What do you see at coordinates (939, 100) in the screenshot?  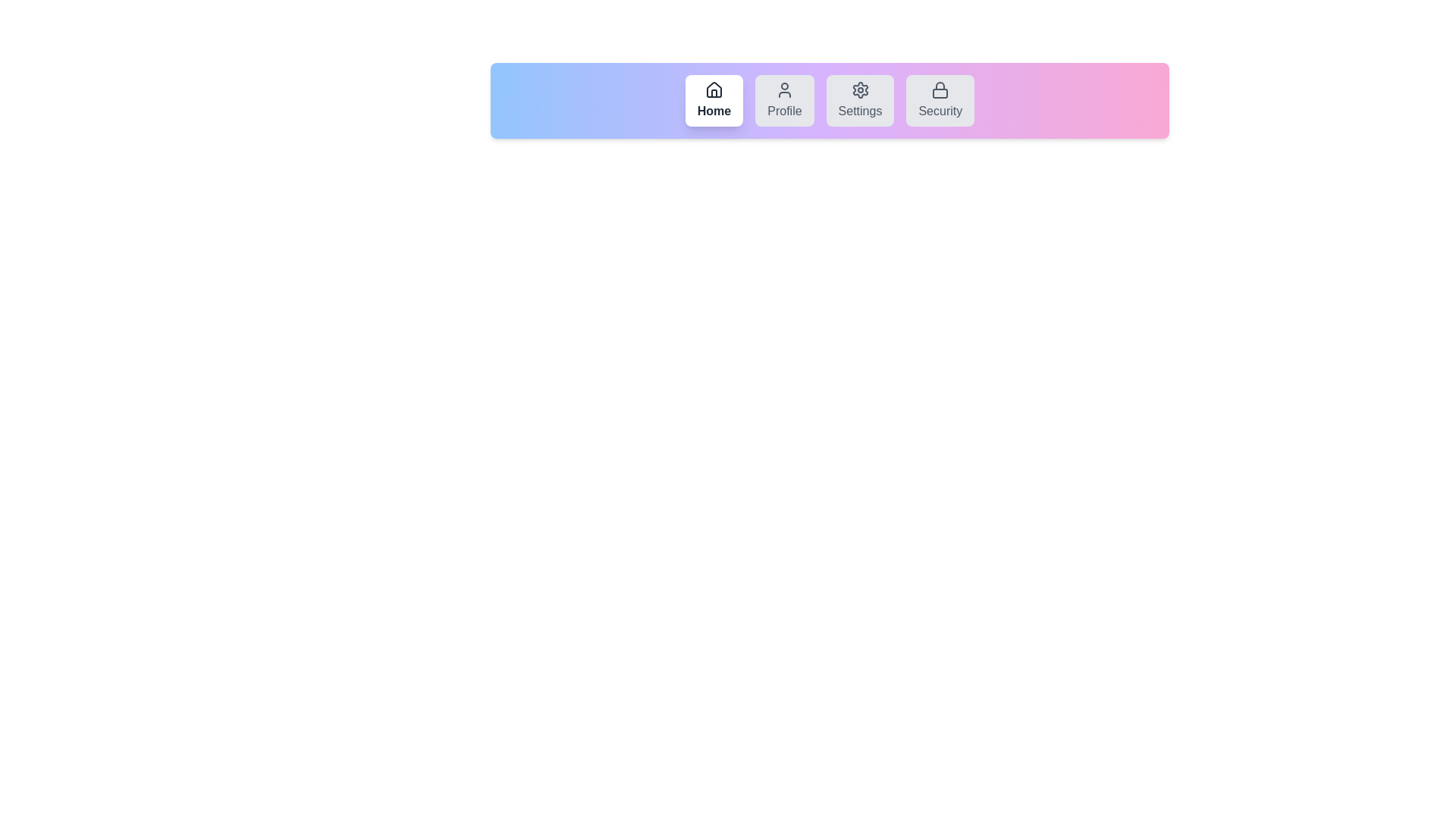 I see `the tab labeled Security by clicking on it` at bounding box center [939, 100].